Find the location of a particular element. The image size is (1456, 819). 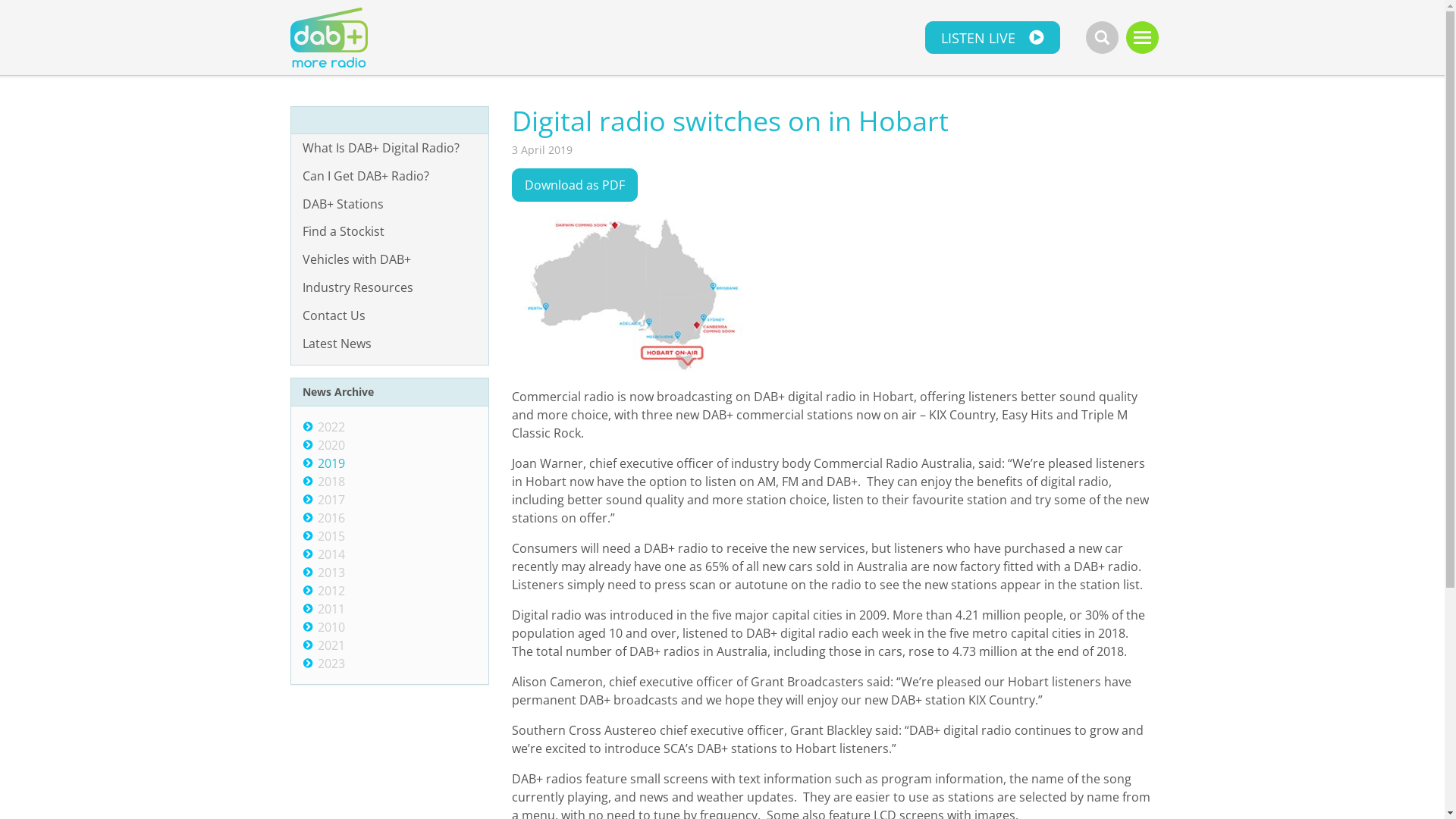

'Site Search' is located at coordinates (1102, 36).